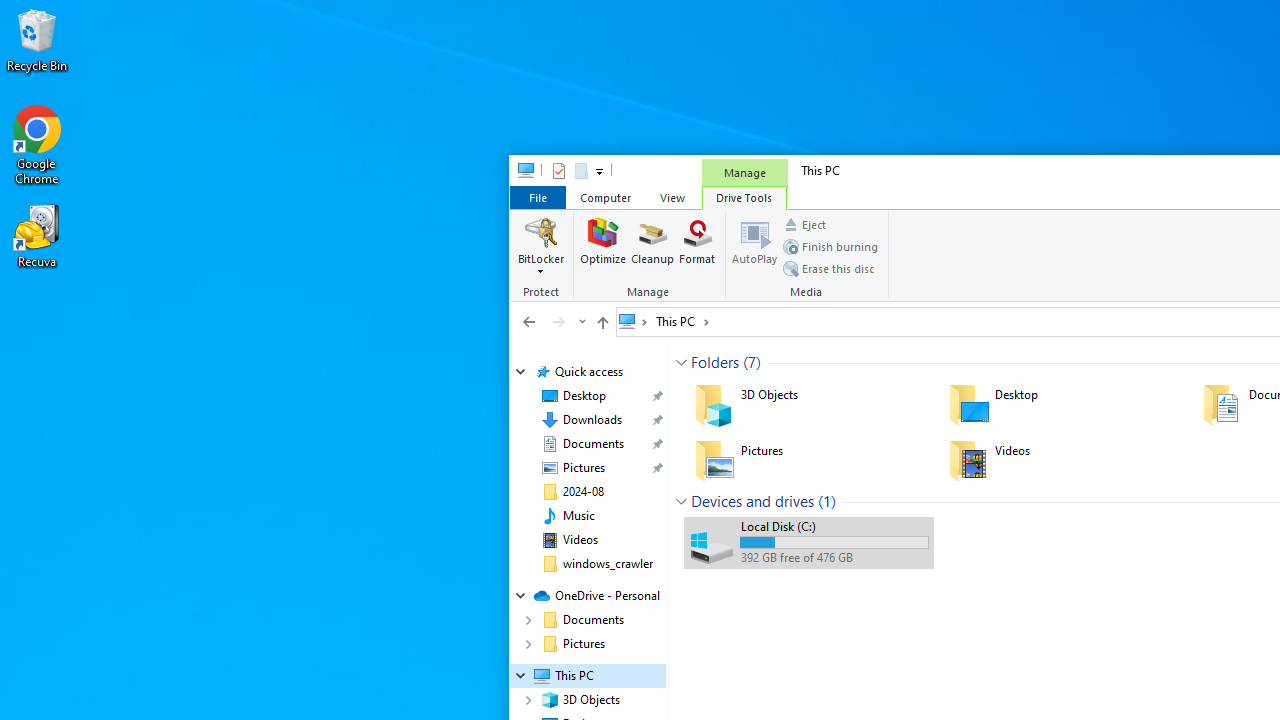 The height and width of the screenshot is (720, 1280). What do you see at coordinates (582, 492) in the screenshot?
I see `'2024-08'` at bounding box center [582, 492].